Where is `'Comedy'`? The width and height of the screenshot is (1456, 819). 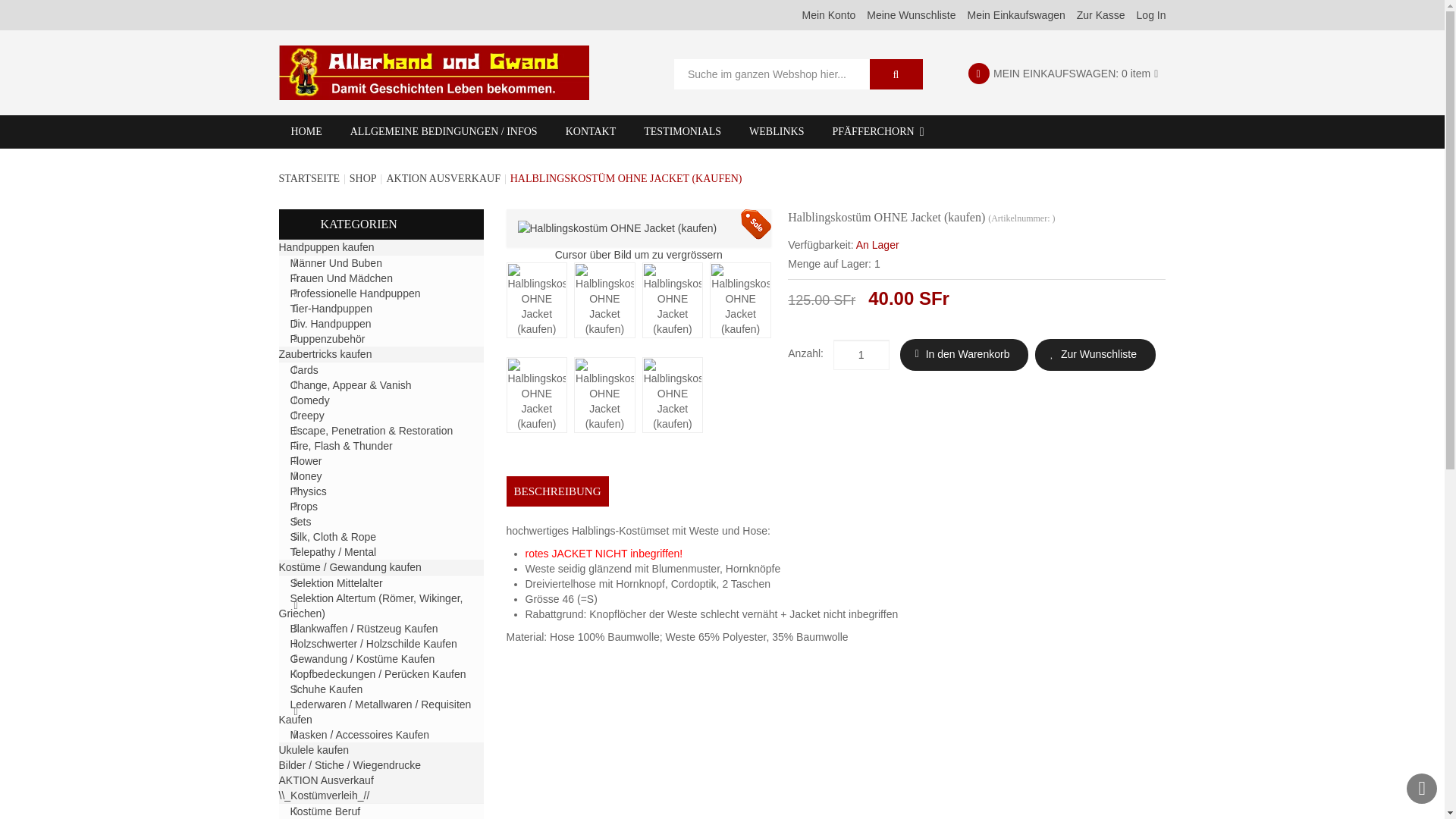 'Comedy' is located at coordinates (309, 400).